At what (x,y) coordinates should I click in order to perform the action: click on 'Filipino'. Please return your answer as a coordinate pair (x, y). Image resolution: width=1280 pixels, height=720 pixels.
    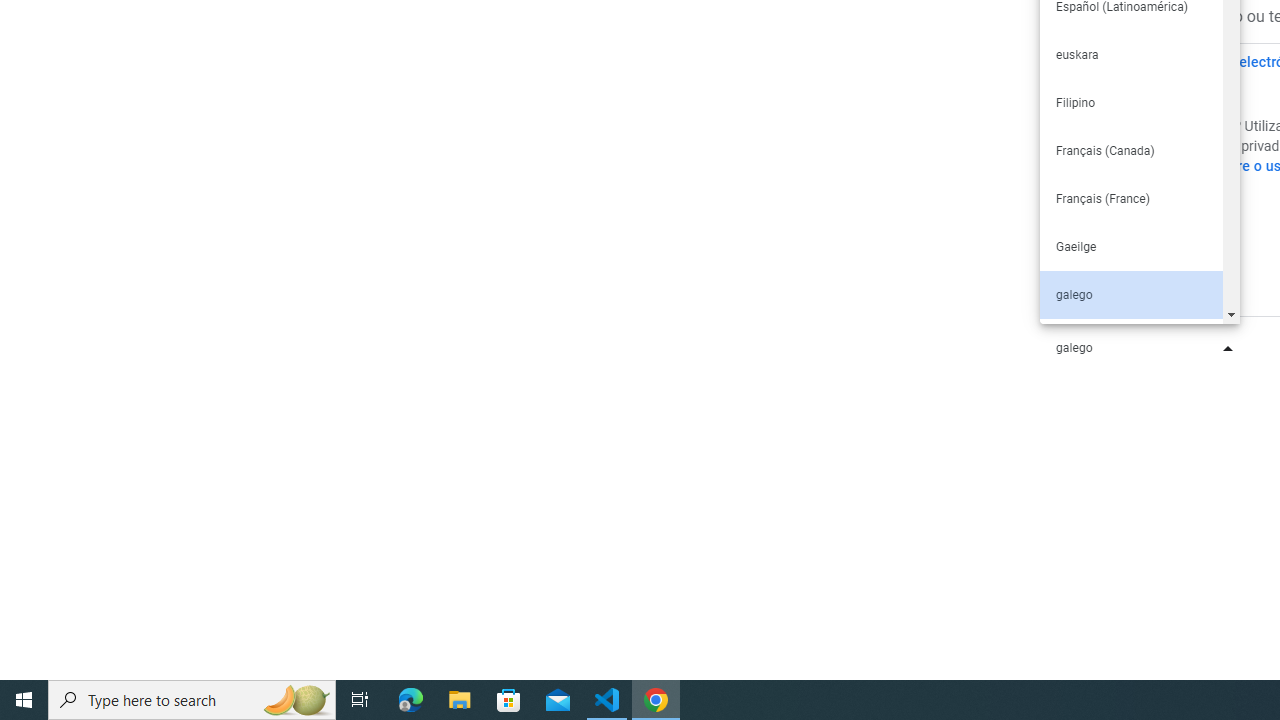
    Looking at the image, I should click on (1130, 102).